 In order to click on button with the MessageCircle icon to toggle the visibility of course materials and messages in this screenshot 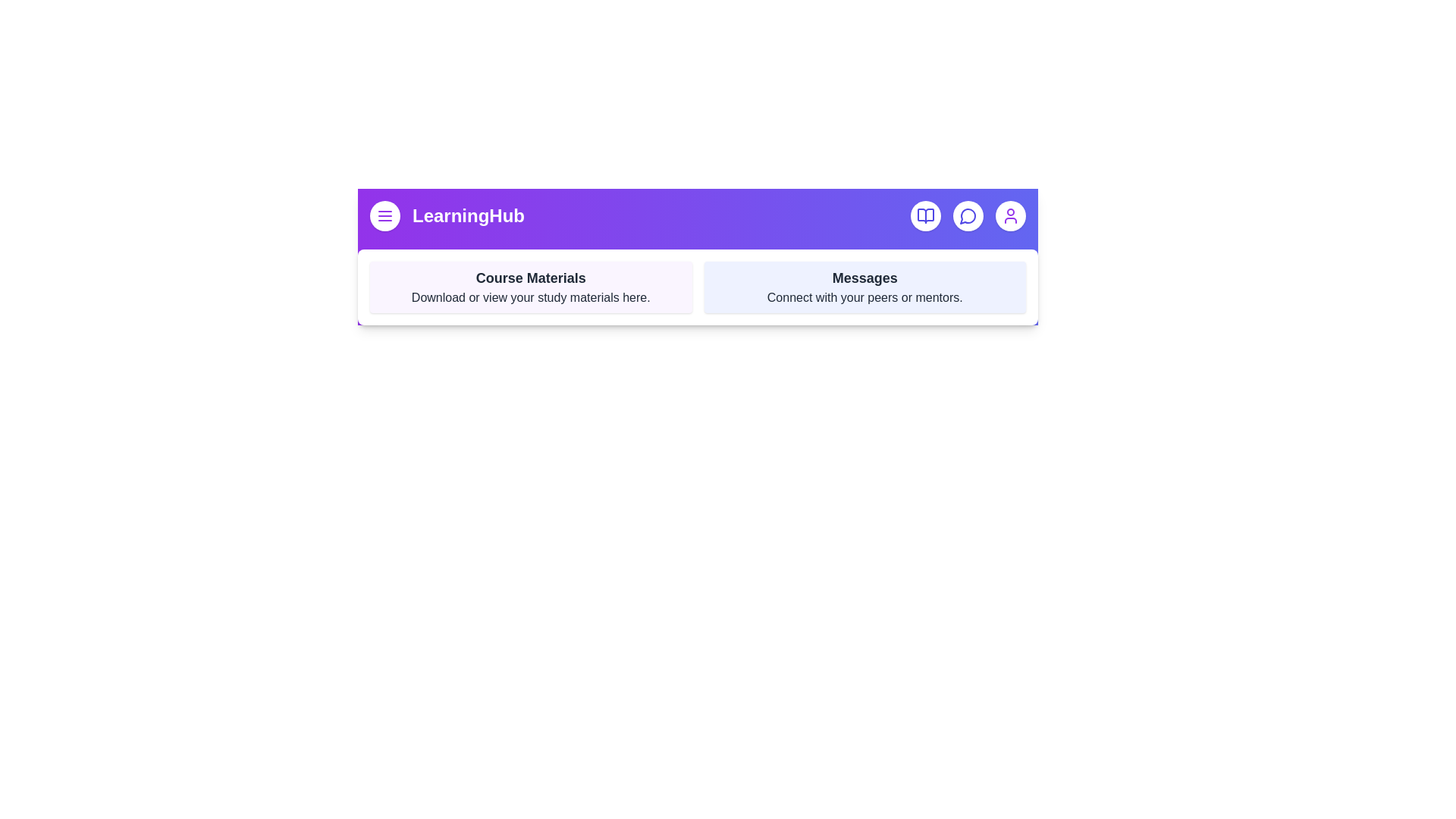, I will do `click(967, 216)`.